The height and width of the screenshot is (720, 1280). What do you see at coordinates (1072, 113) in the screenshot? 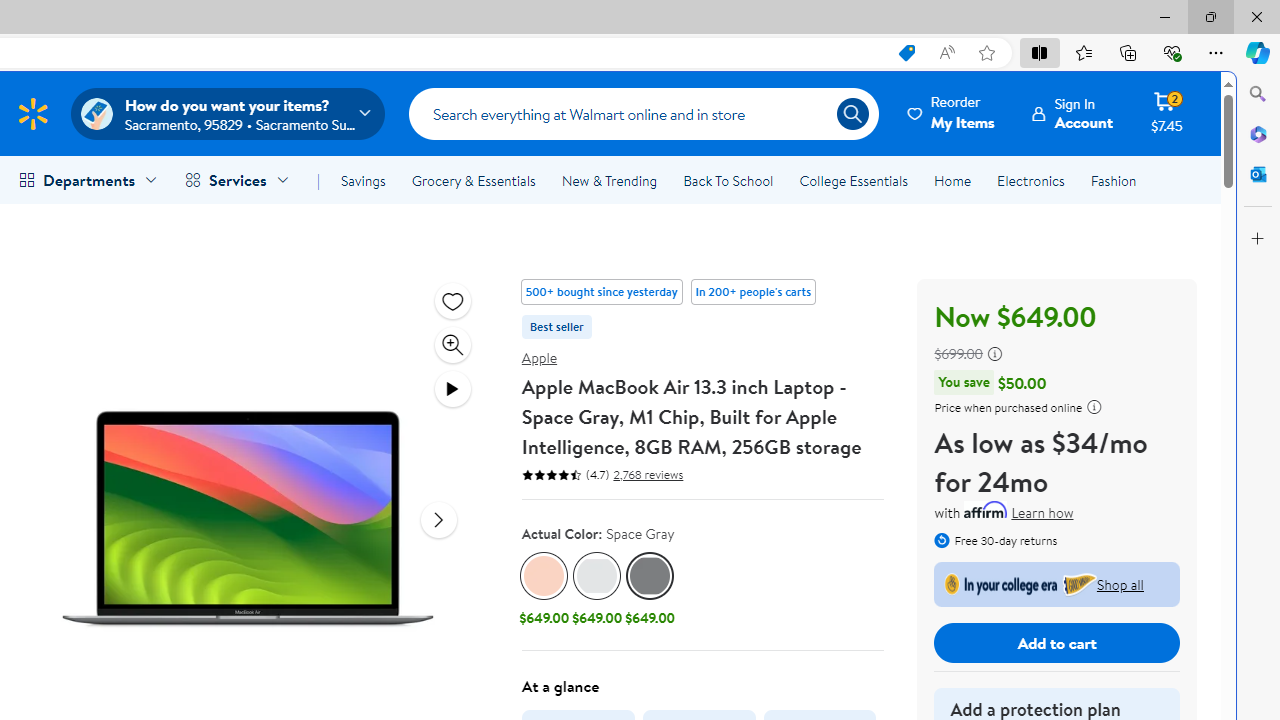
I see `'Sign In Account'` at bounding box center [1072, 113].